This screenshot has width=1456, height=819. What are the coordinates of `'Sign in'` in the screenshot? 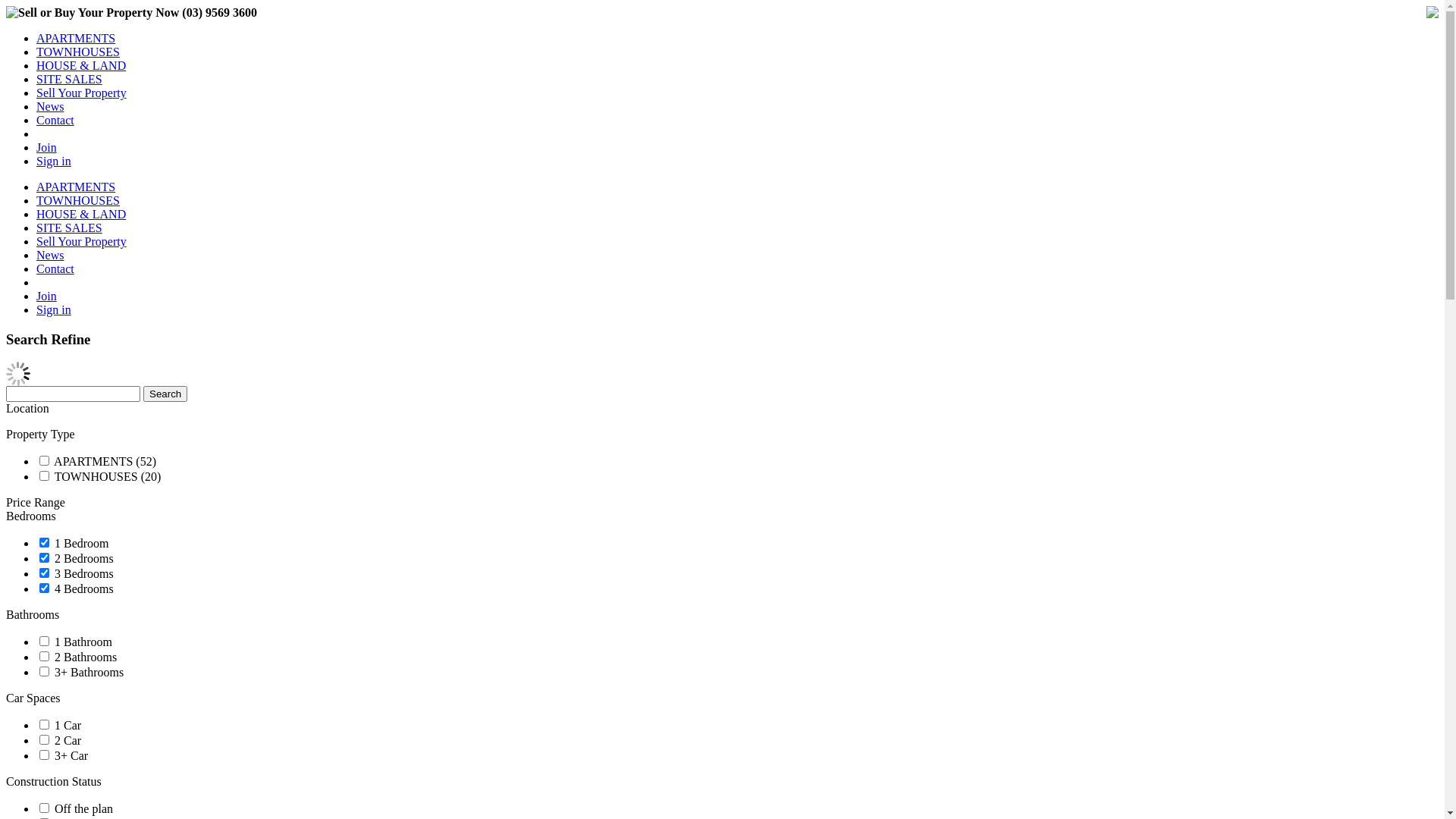 It's located at (54, 161).